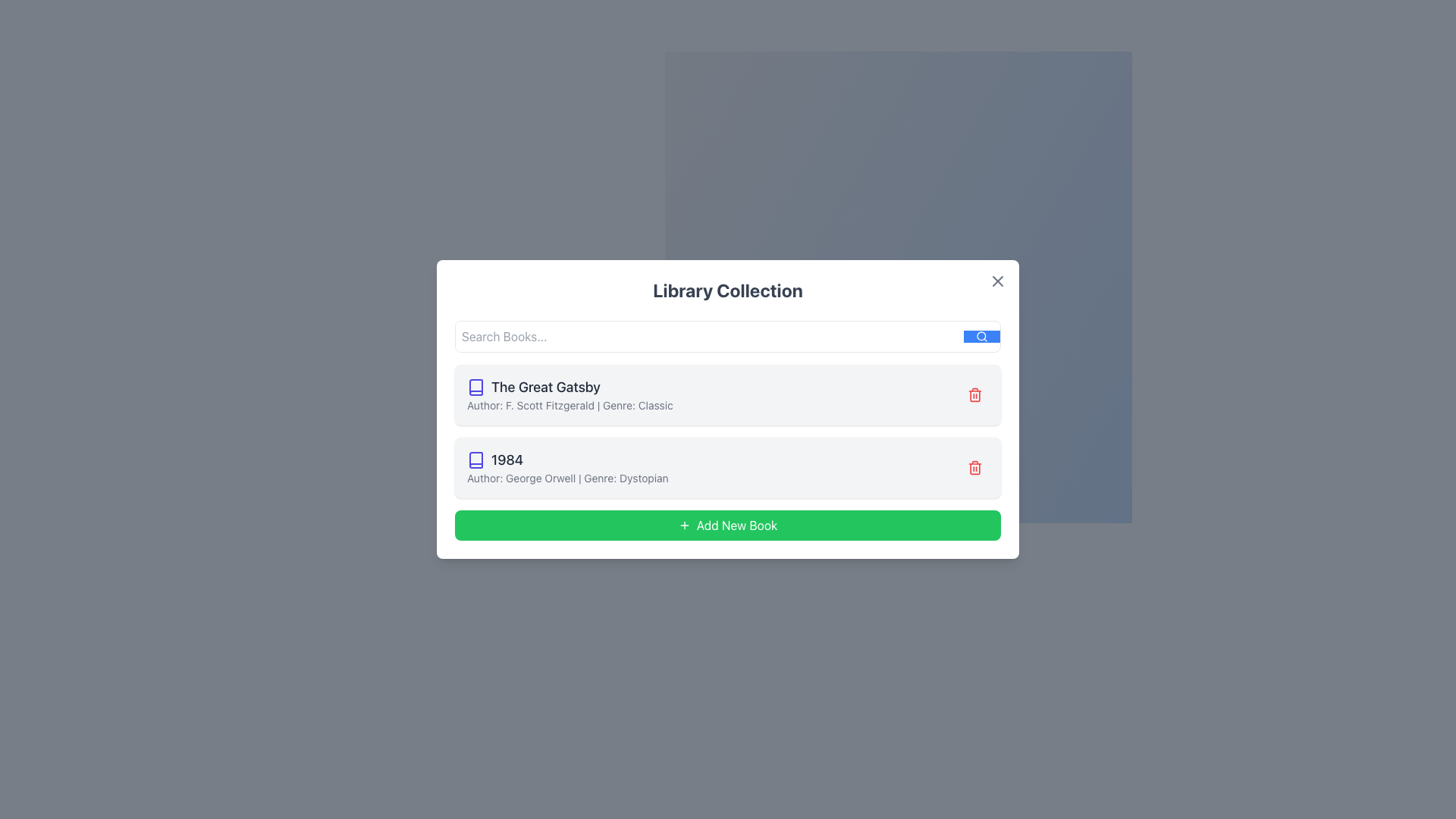  I want to click on the interactive delete button with an SVG trash icon for the '1984' book entry to change its background color, so click(975, 467).